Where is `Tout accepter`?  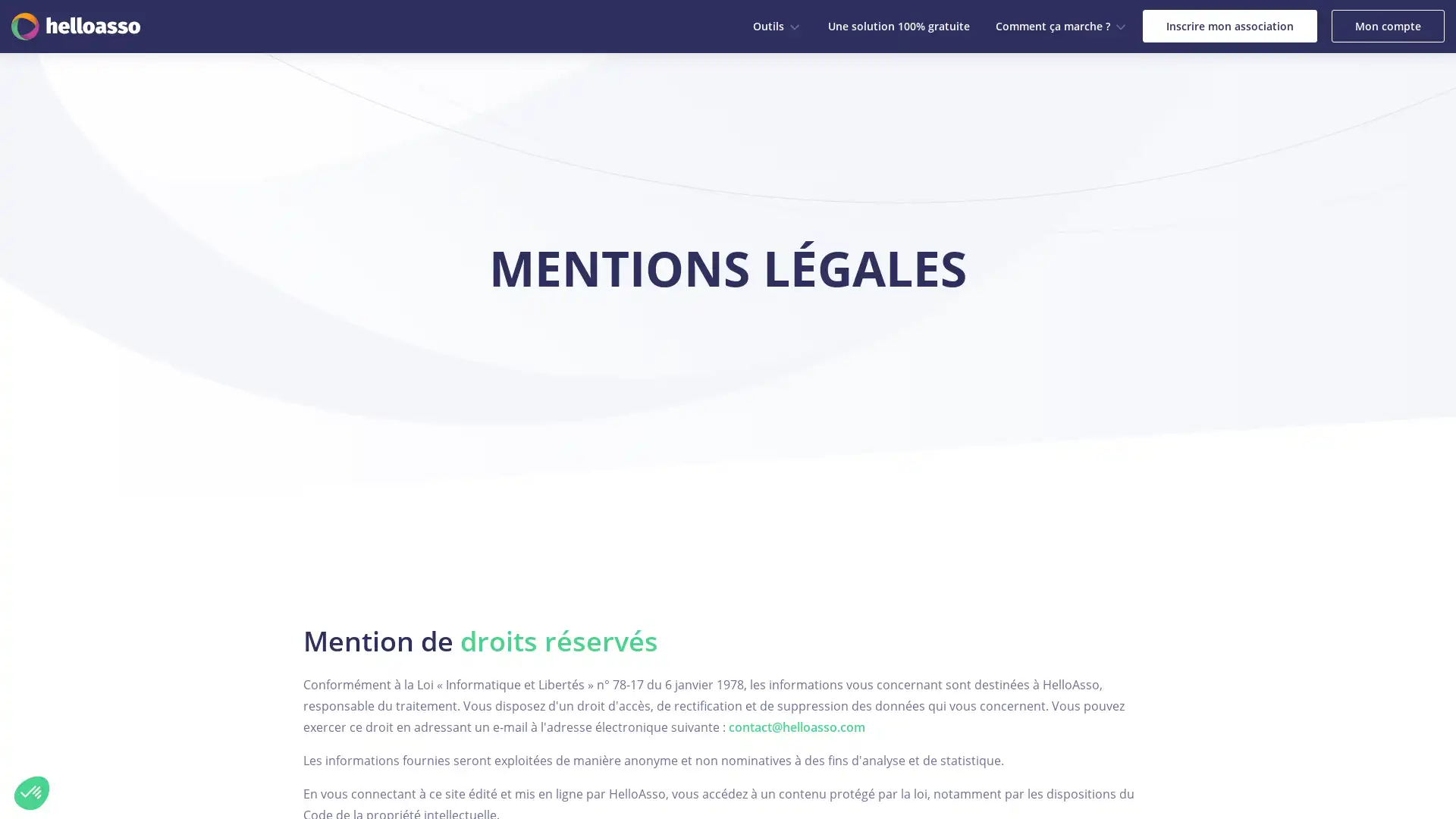 Tout accepter is located at coordinates (280, 742).